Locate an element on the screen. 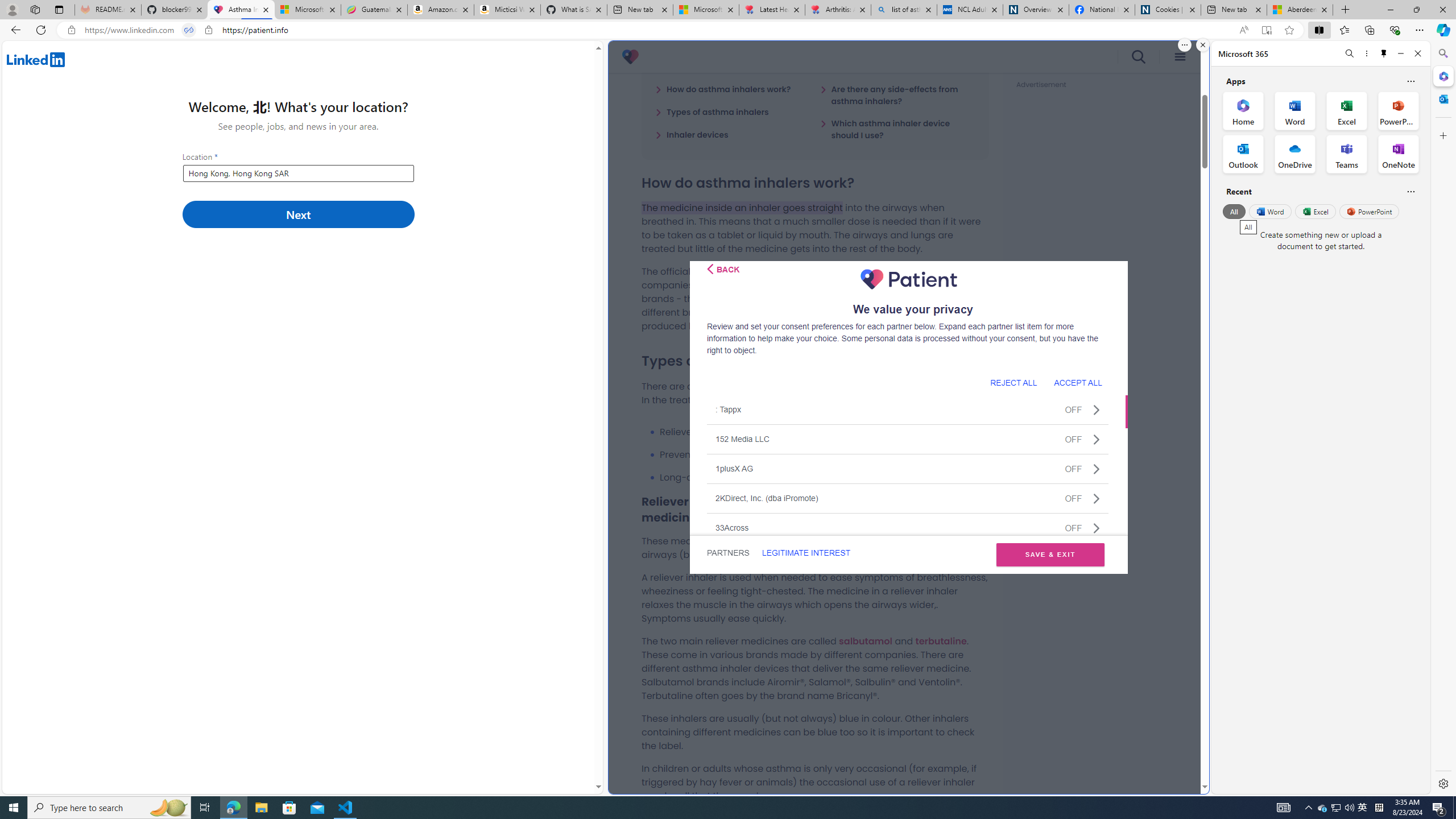 The image size is (1456, 819). 'Asthma Inhalers: Names and Types' is located at coordinates (241, 9).